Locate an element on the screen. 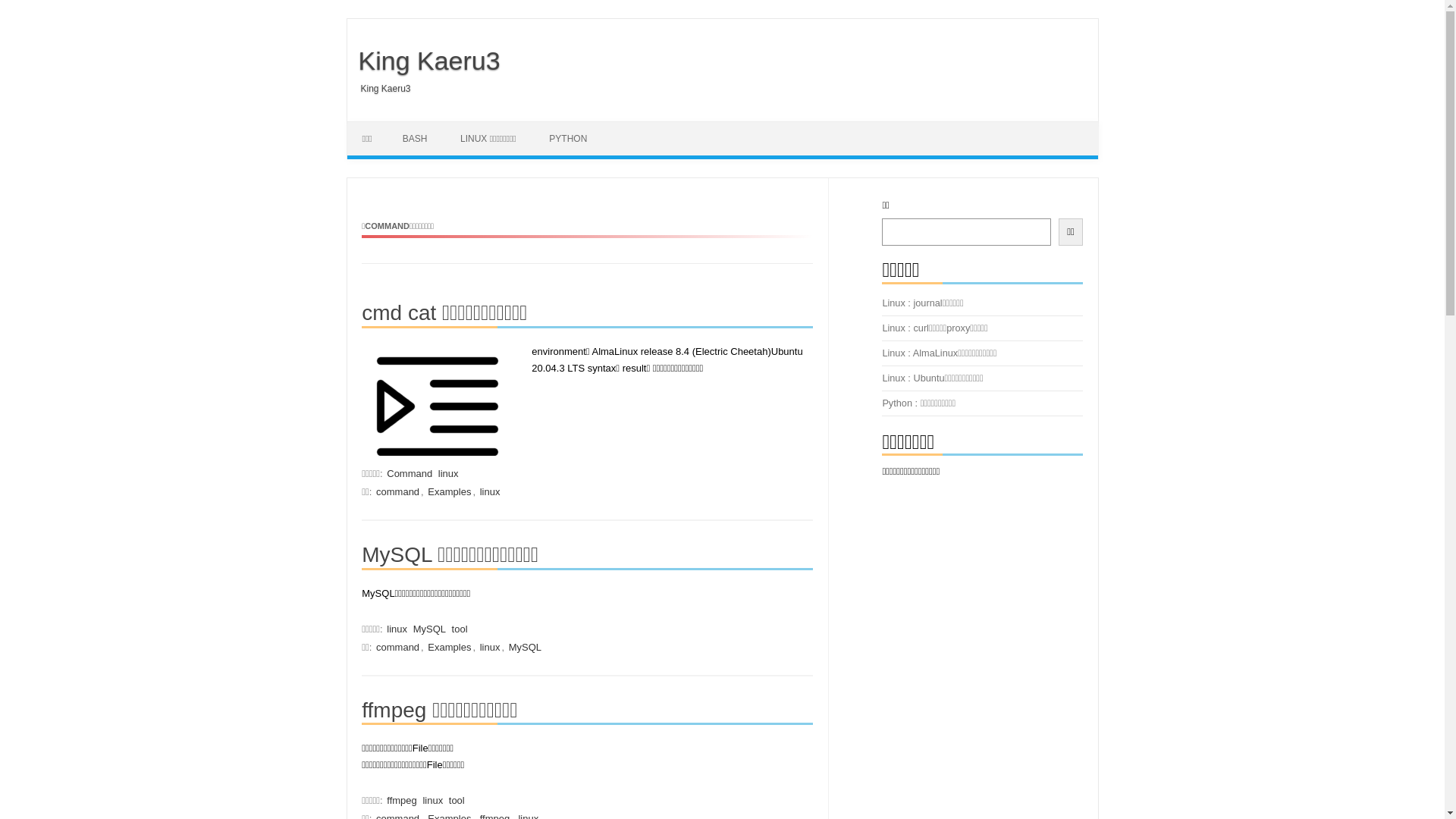 The image size is (1456, 819). 'Command' is located at coordinates (409, 472).